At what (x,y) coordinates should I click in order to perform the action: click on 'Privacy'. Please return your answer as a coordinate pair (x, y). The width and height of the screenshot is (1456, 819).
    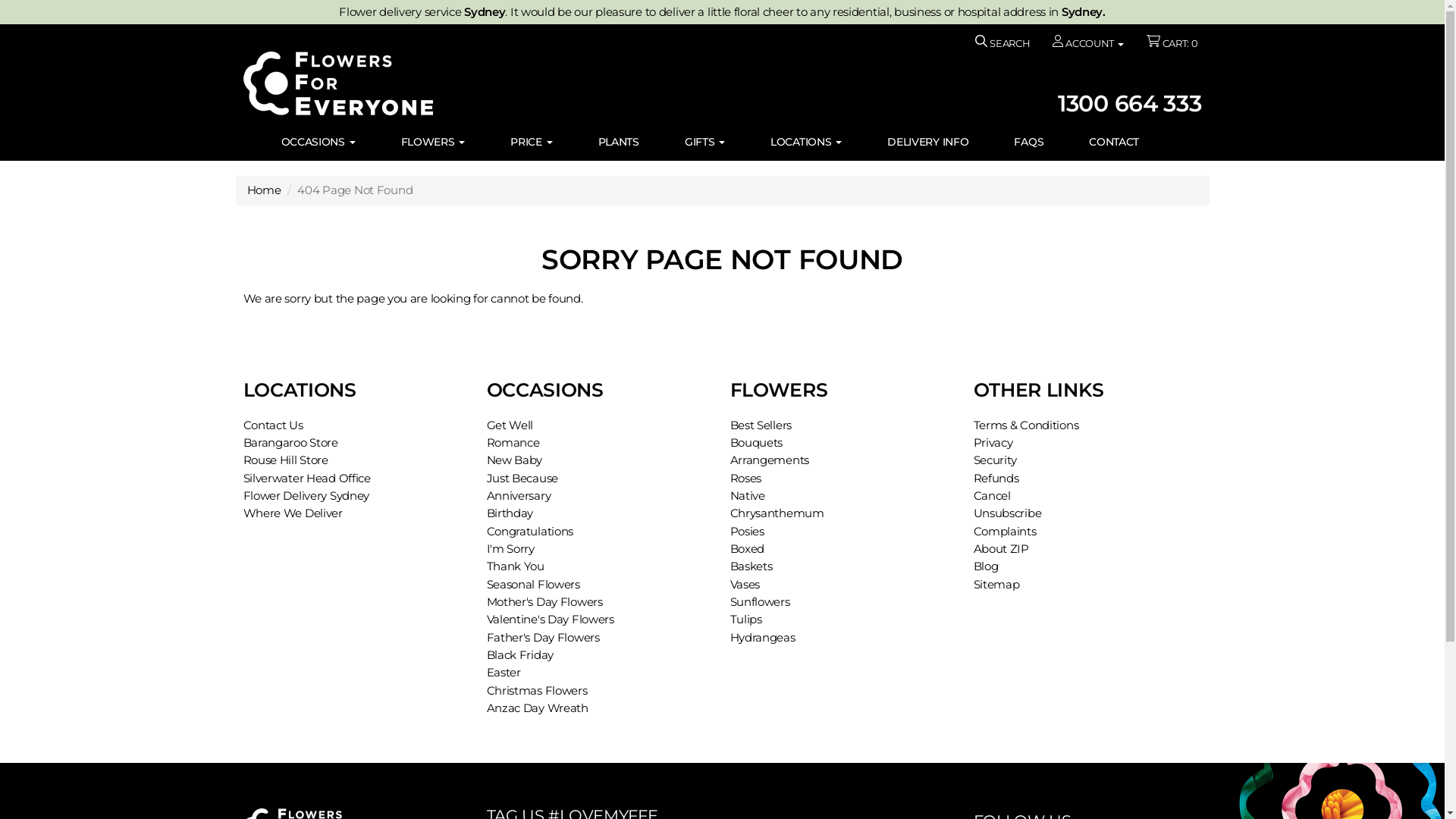
    Looking at the image, I should click on (973, 442).